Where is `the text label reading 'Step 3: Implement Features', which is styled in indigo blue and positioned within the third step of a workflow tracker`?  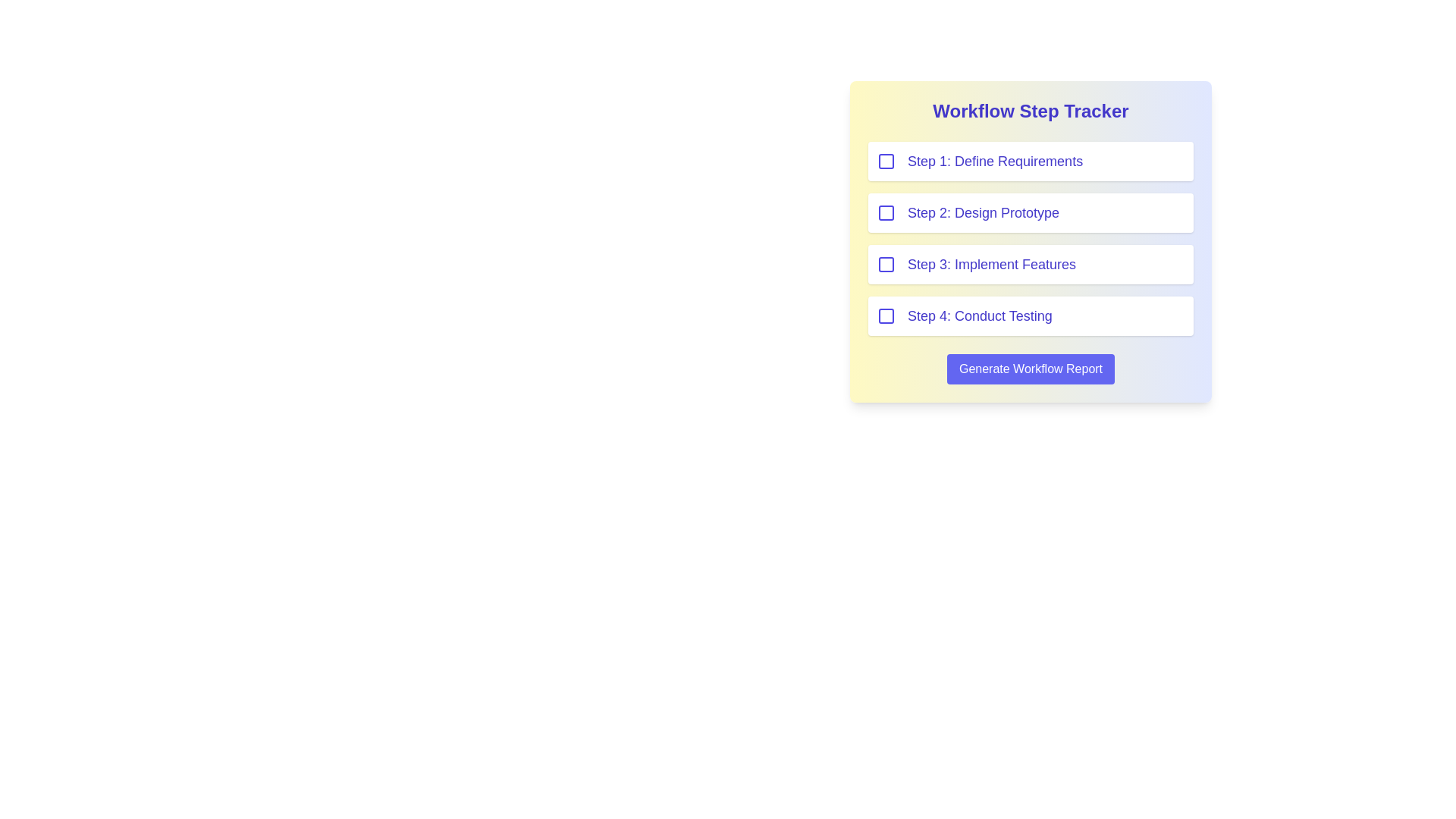
the text label reading 'Step 3: Implement Features', which is styled in indigo blue and positioned within the third step of a workflow tracker is located at coordinates (992, 263).